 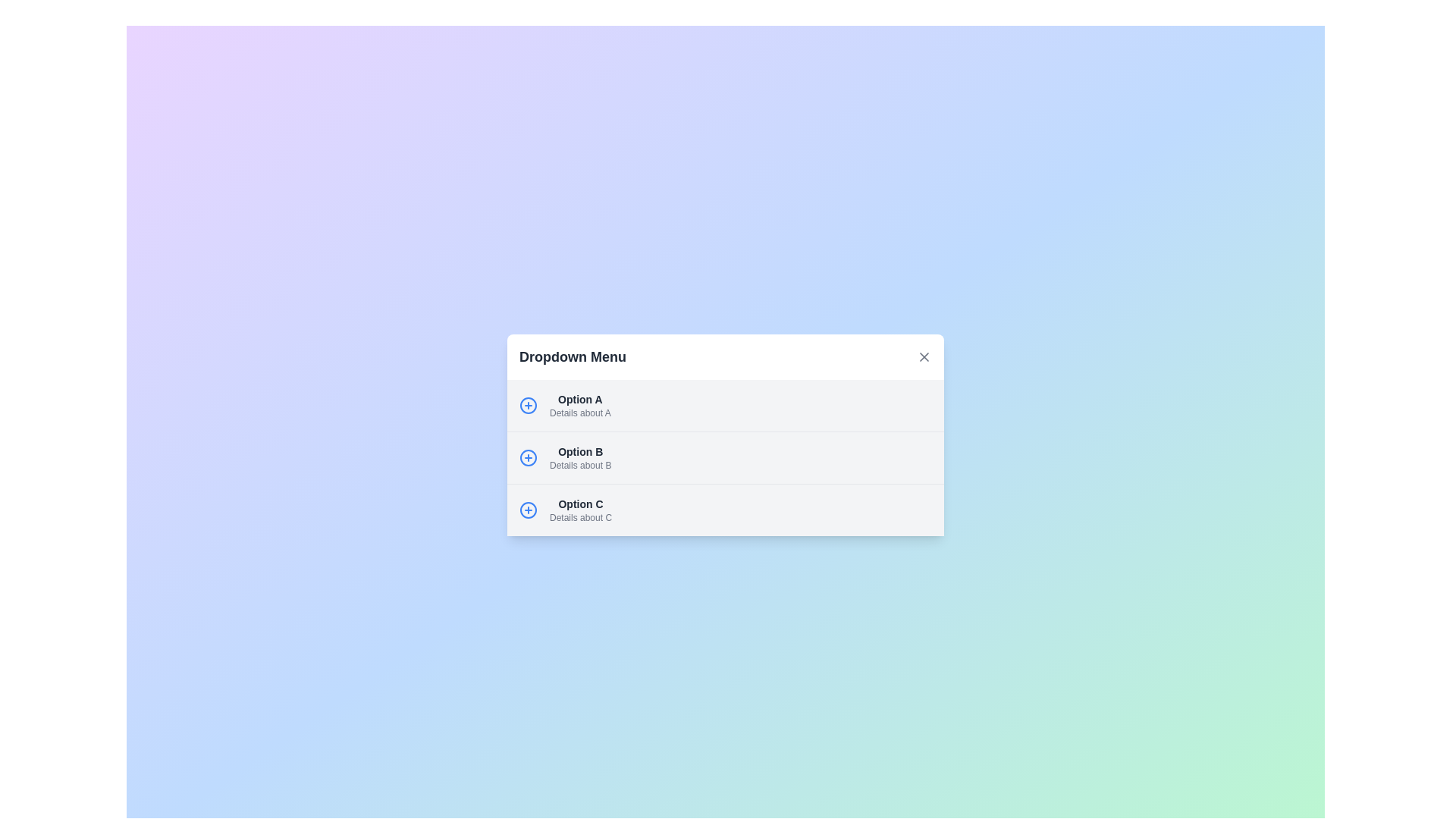 What do you see at coordinates (580, 504) in the screenshot?
I see `the text label that identifies 'Option C' in the dropdown menu, located in the third row of items` at bounding box center [580, 504].